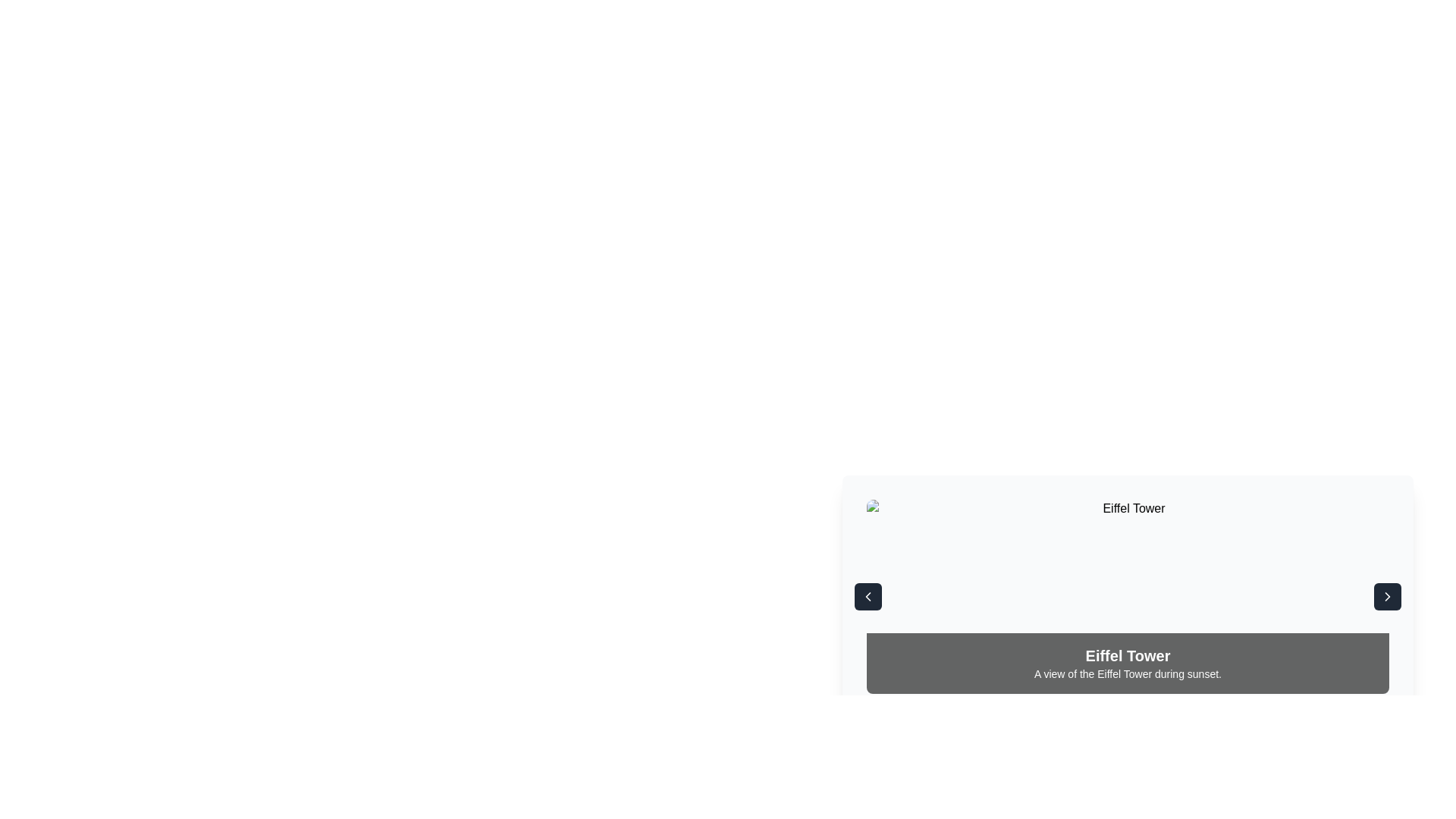  I want to click on the 'next' navigation button located on the far-right side of the carousel to proceed to the next slide, so click(1387, 595).